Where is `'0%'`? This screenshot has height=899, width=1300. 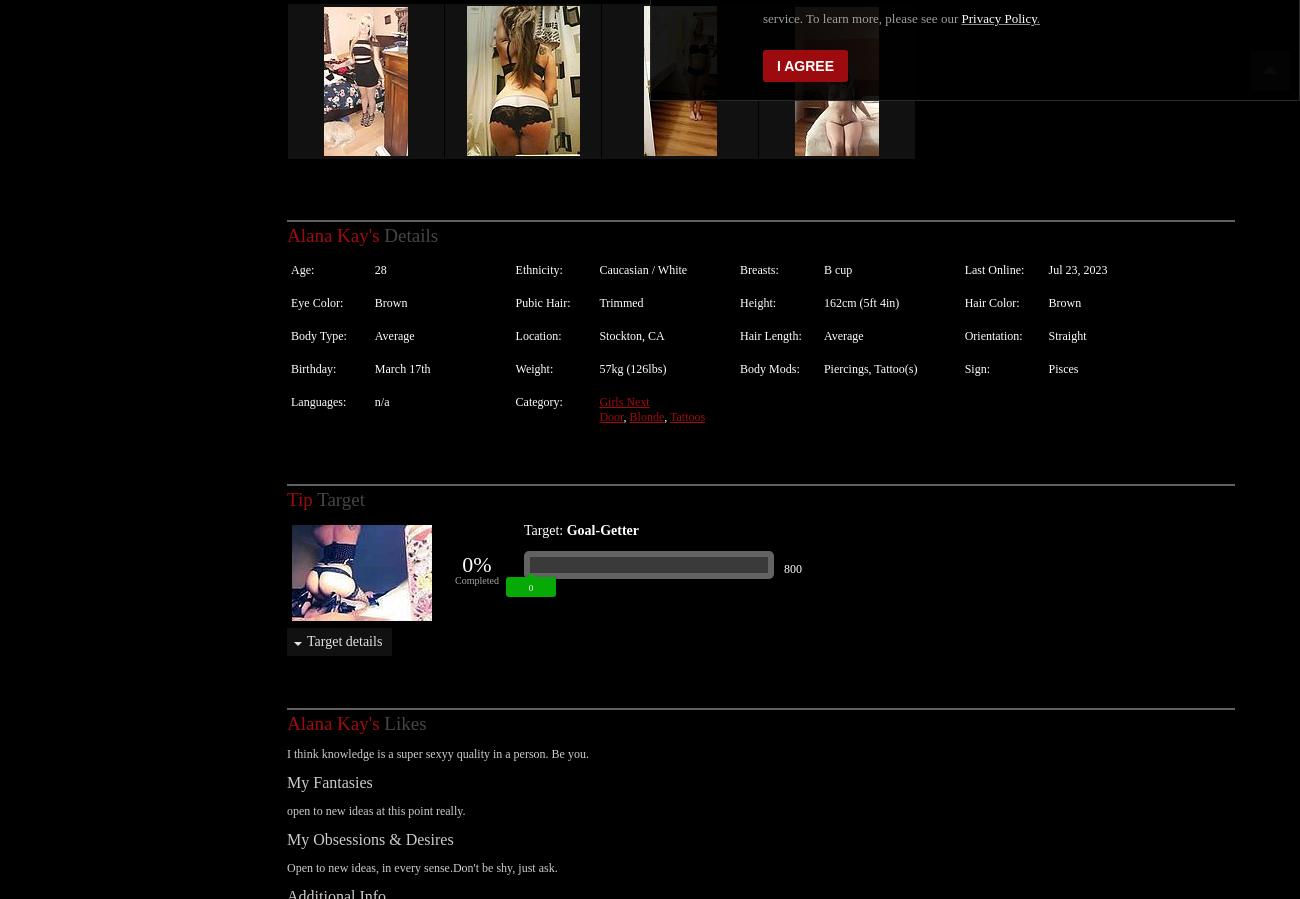 '0%' is located at coordinates (475, 542).